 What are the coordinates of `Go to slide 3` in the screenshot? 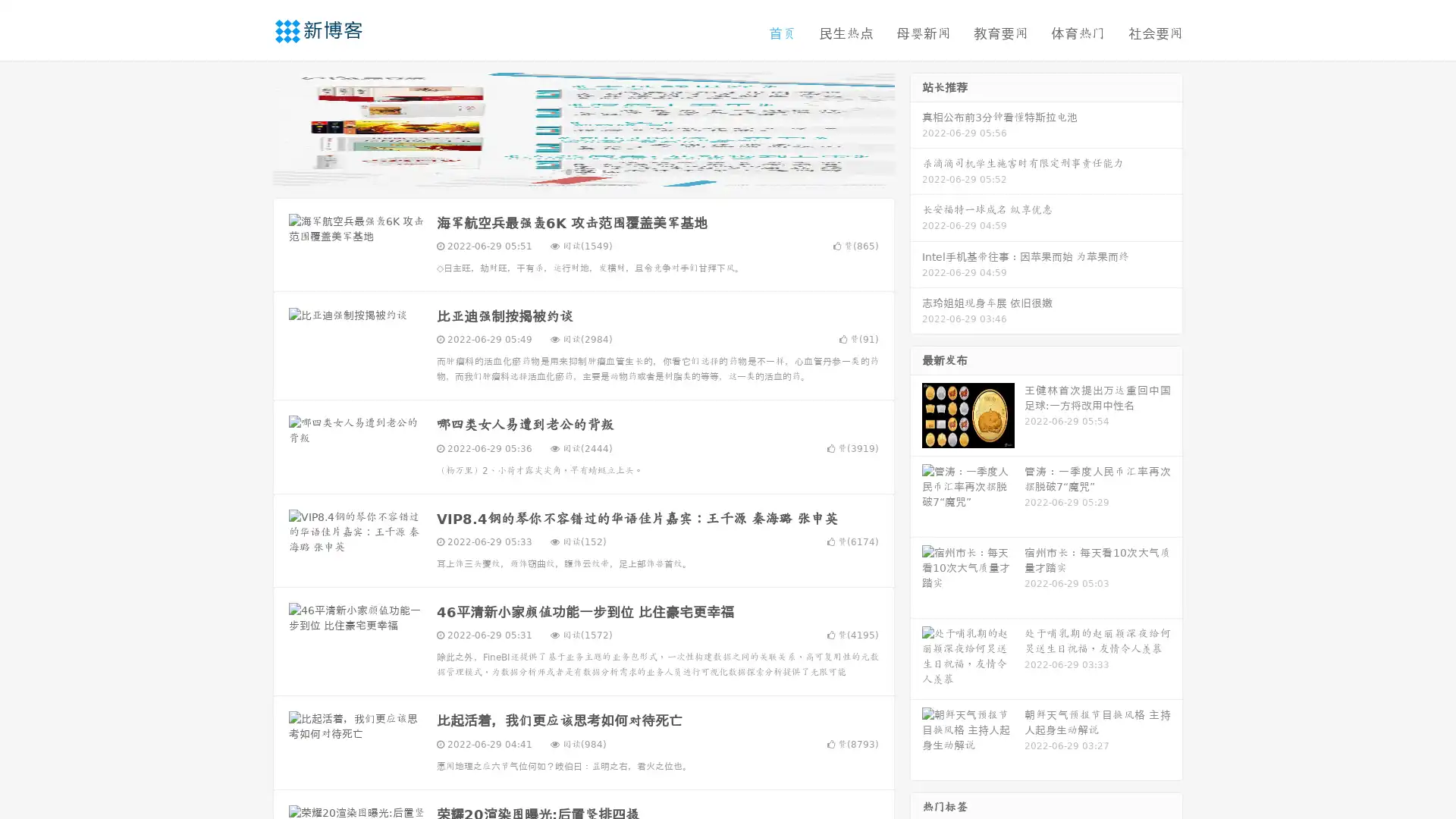 It's located at (598, 171).